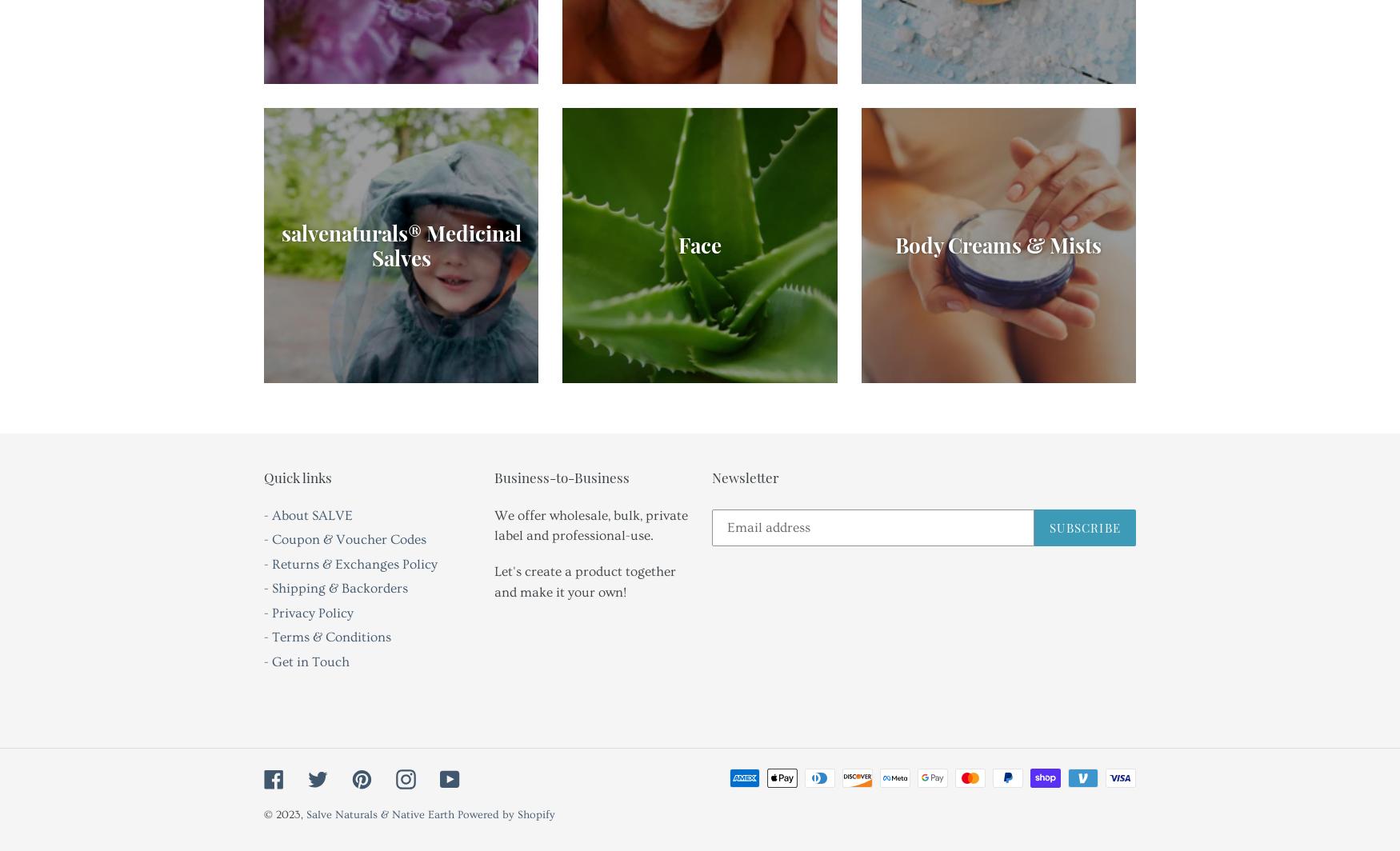 Image resolution: width=1400 pixels, height=851 pixels. Describe the element at coordinates (505, 814) in the screenshot. I see `'Powered by Shopify'` at that location.